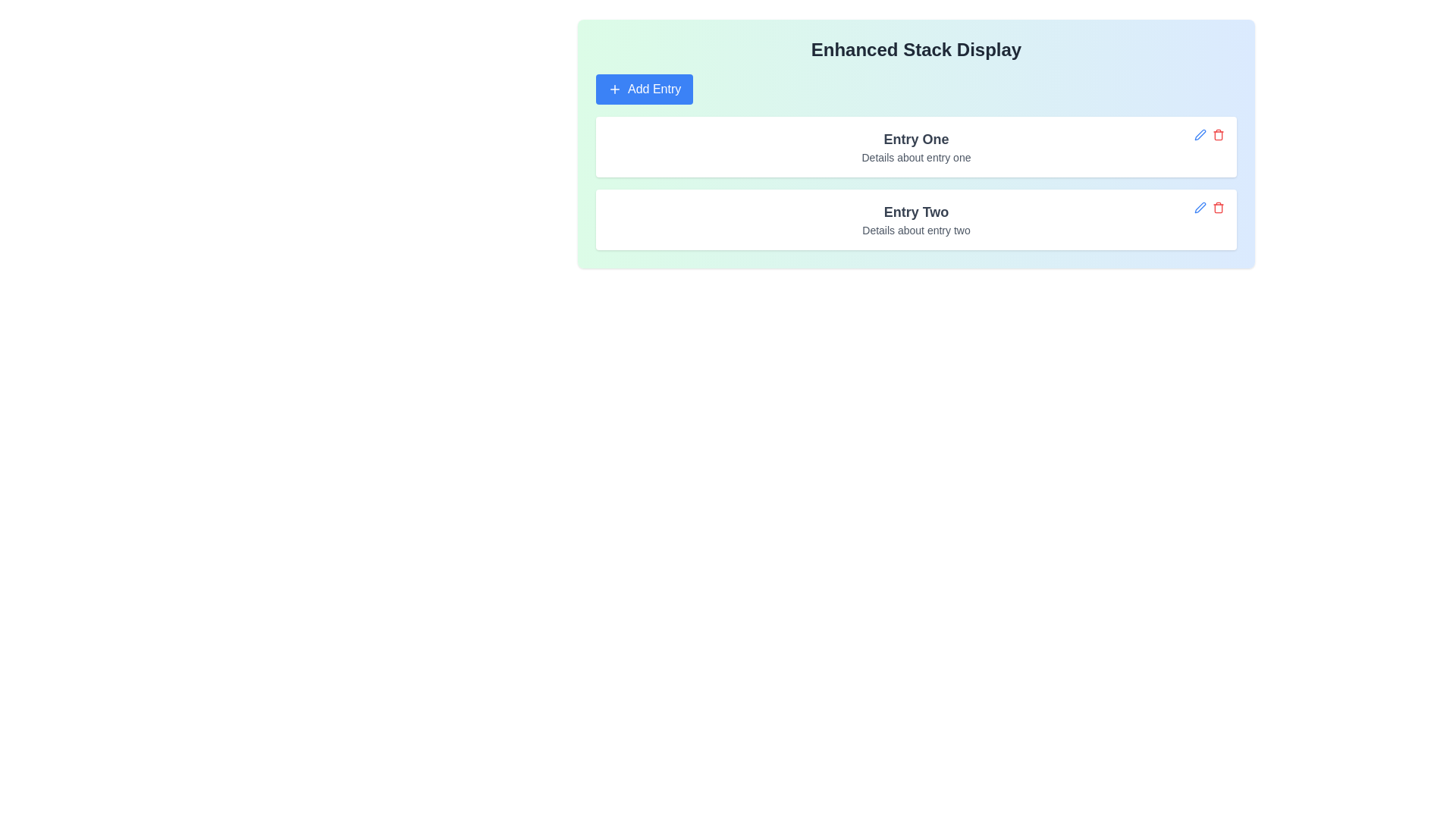 This screenshot has height=819, width=1456. I want to click on the primary title or heading for the second entry in the list, which is positioned just below 'Entry One' and above 'Details about entry two', so click(915, 212).